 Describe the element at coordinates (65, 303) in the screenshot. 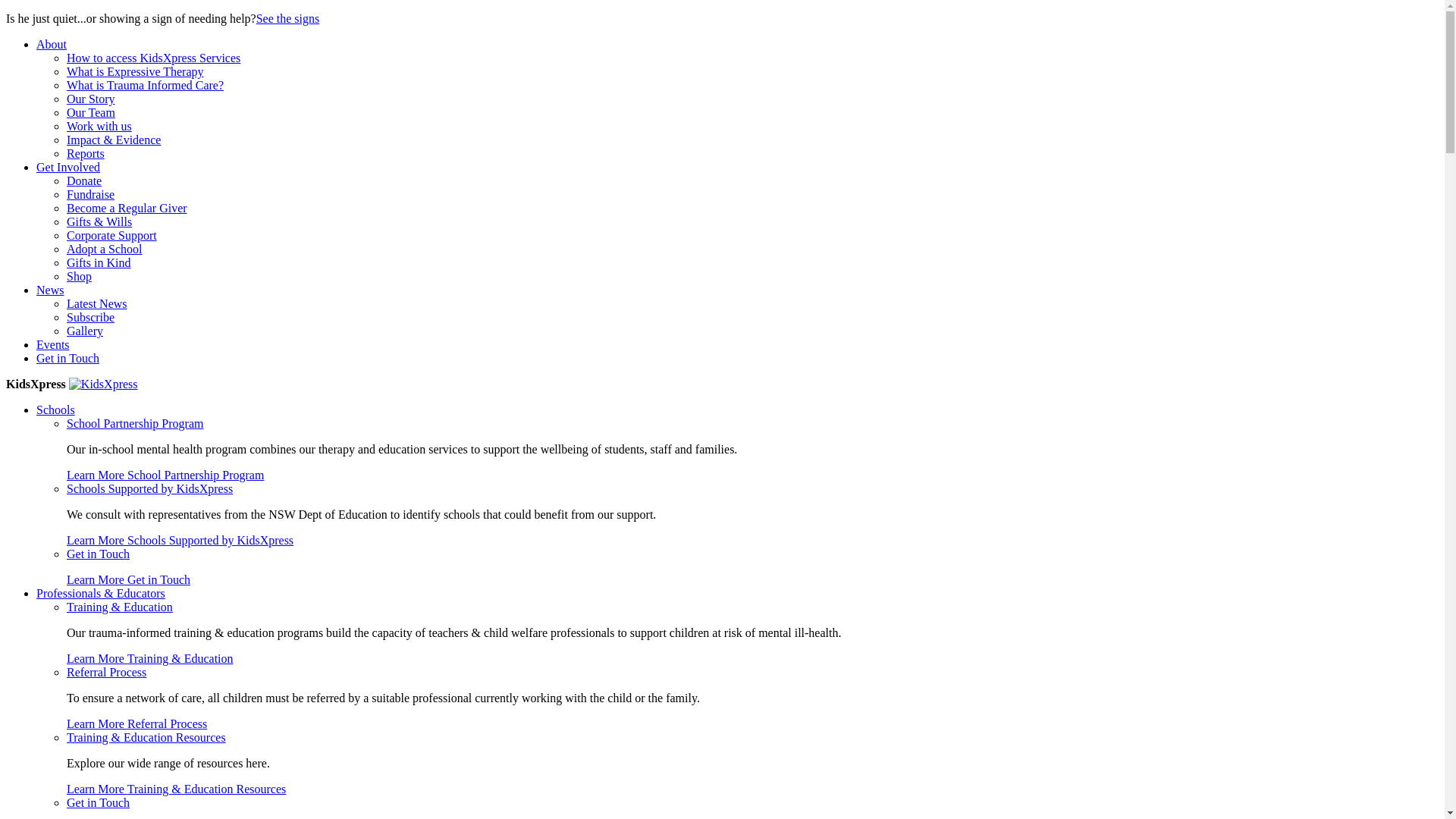

I see `'Latest News'` at that location.